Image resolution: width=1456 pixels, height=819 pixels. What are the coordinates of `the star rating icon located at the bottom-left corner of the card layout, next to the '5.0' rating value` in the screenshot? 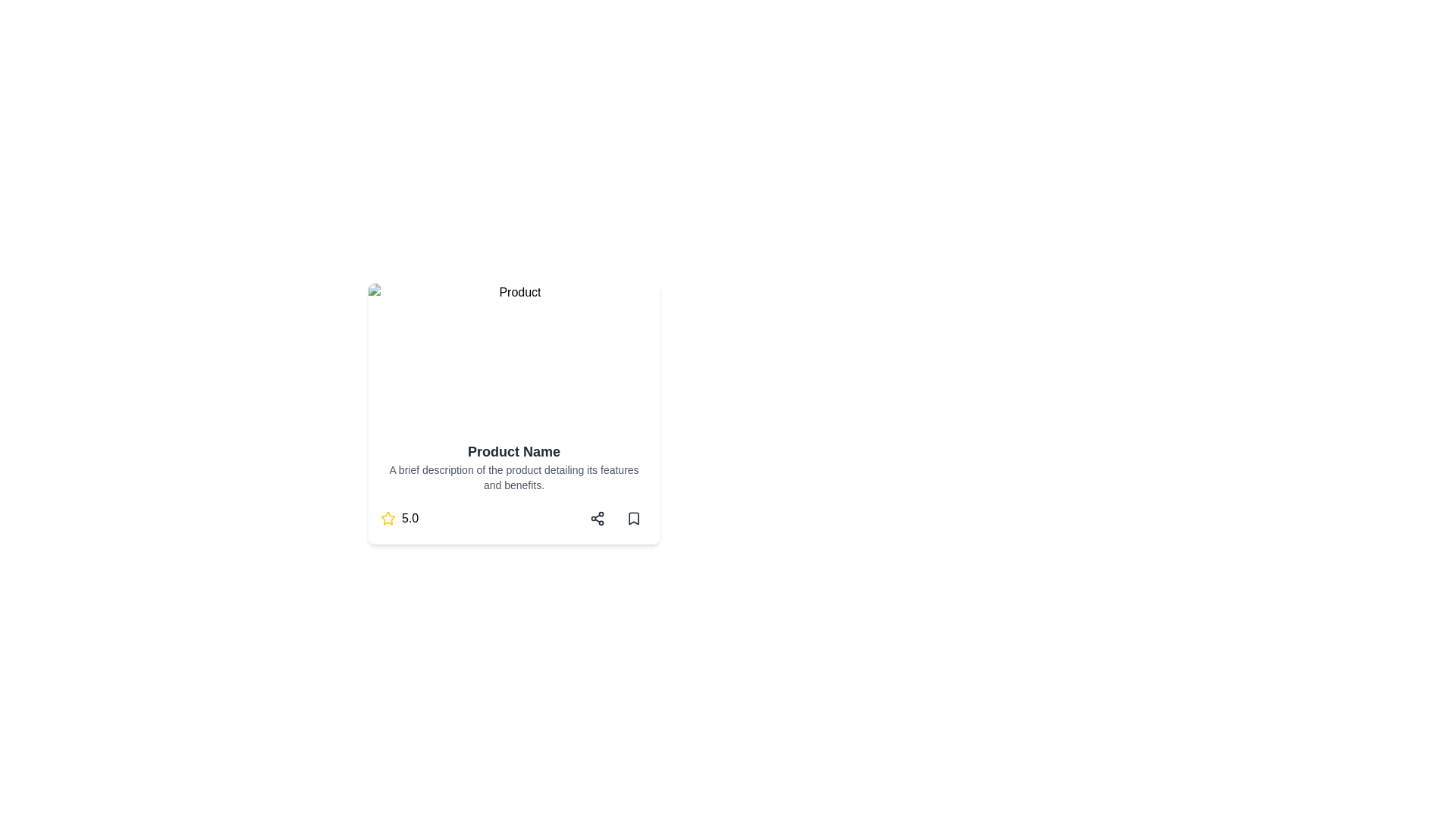 It's located at (388, 517).